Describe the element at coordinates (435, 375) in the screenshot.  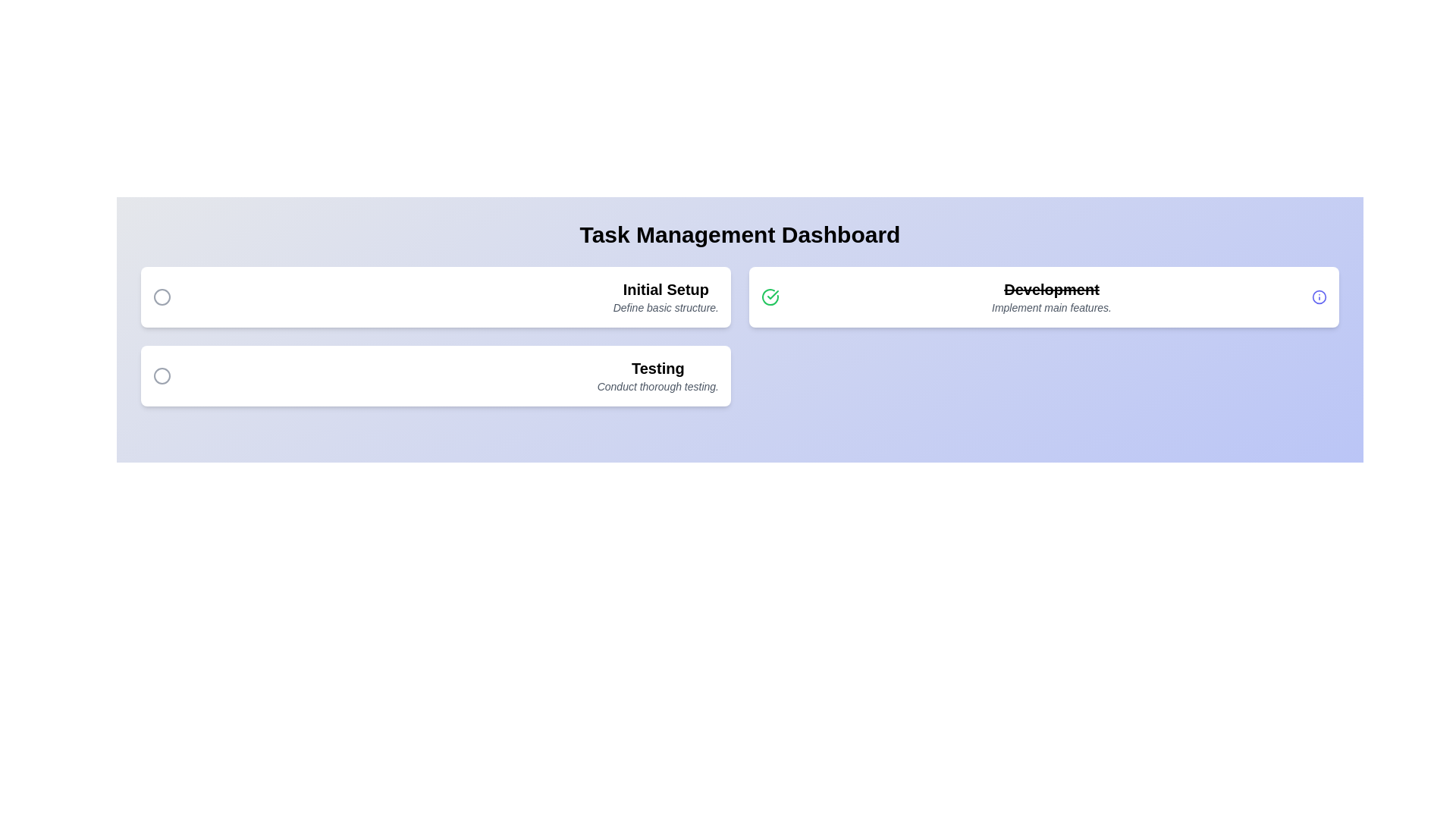
I see `the interactive task item Testing to observe the hover effect` at that location.